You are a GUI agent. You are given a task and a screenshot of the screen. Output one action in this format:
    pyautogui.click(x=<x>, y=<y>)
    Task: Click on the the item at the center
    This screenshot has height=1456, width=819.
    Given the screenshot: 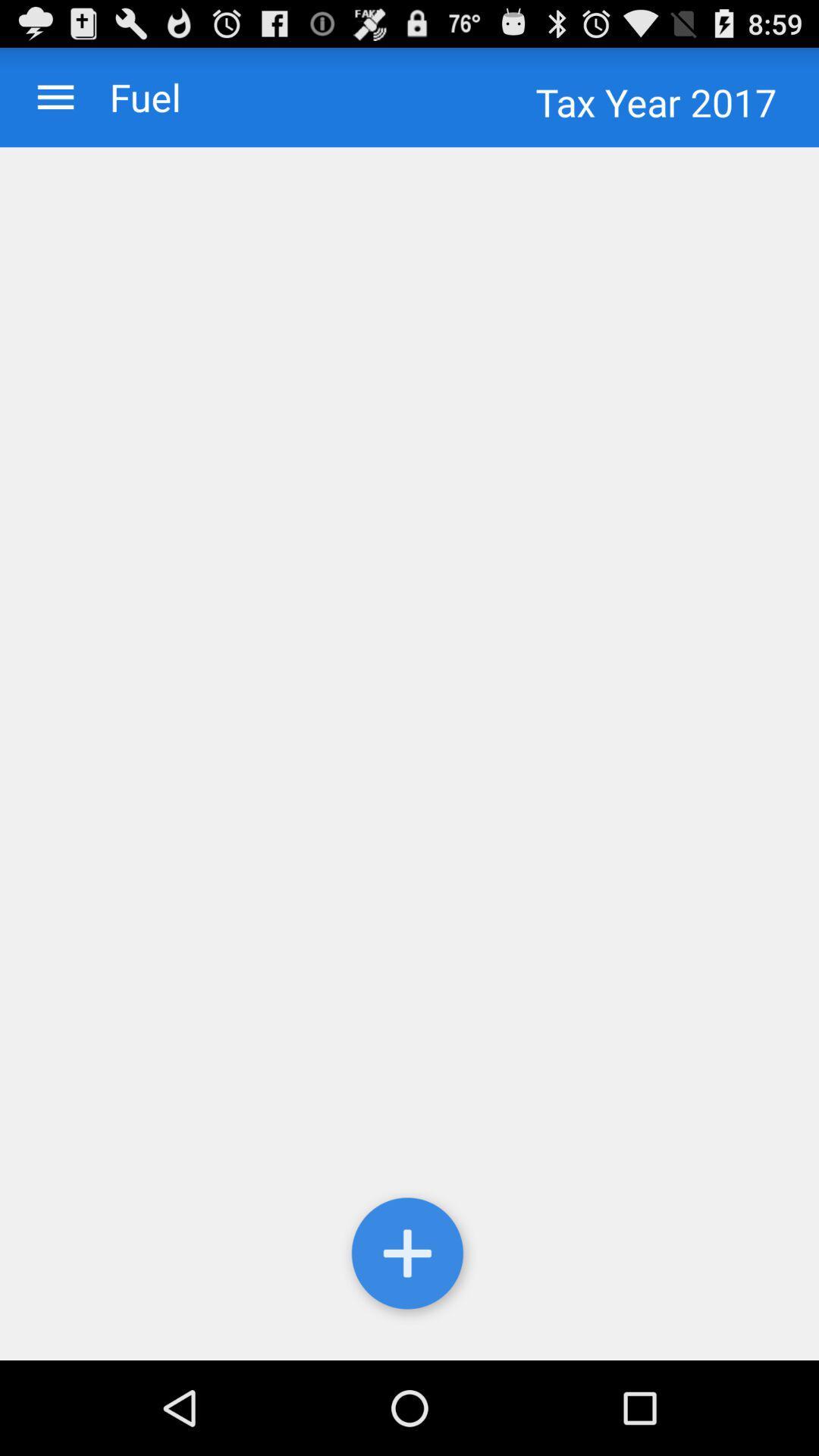 What is the action you would take?
    pyautogui.click(x=409, y=754)
    